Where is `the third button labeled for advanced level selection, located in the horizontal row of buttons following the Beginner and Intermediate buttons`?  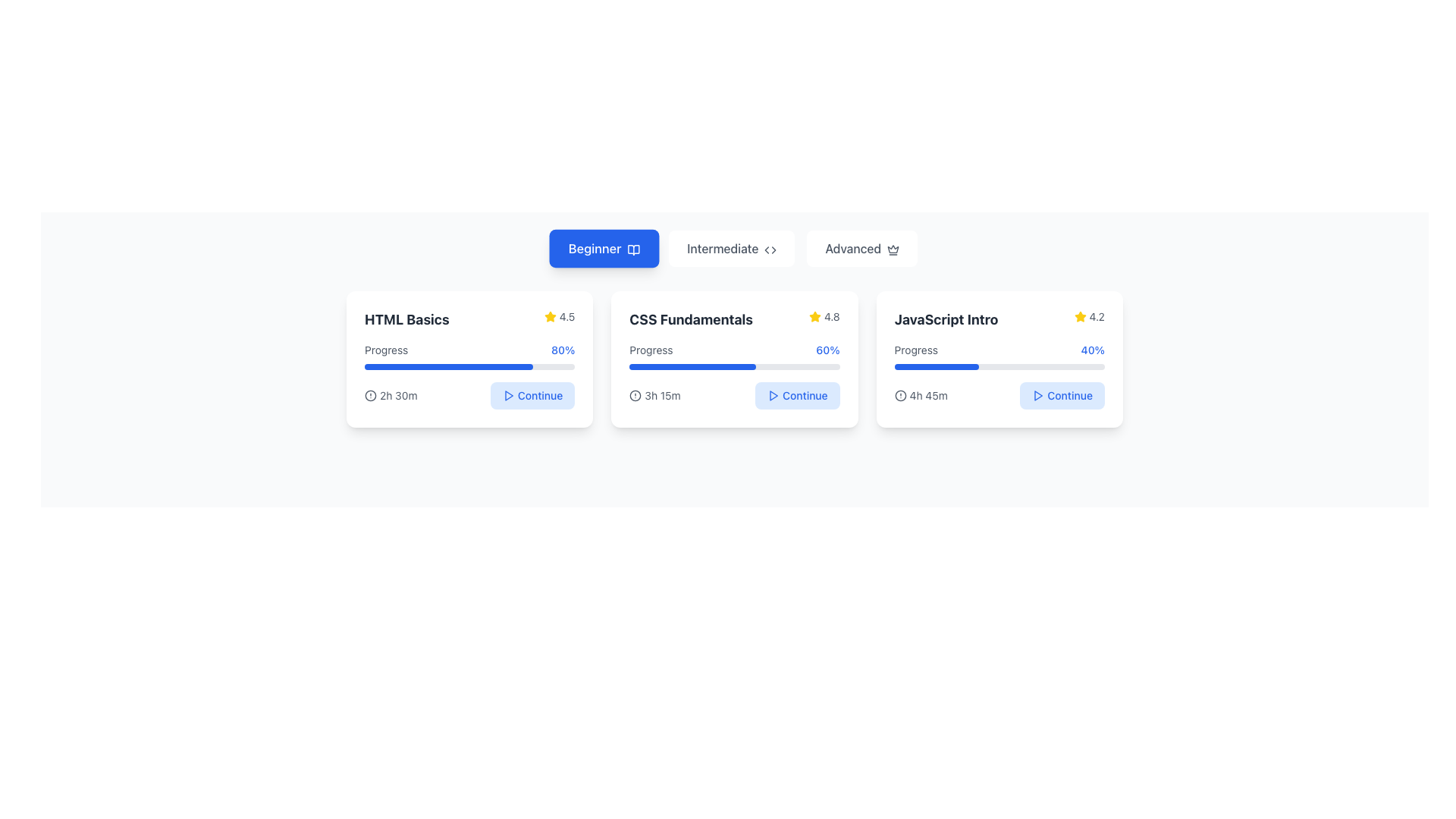 the third button labeled for advanced level selection, located in the horizontal row of buttons following the Beginner and Intermediate buttons is located at coordinates (862, 247).